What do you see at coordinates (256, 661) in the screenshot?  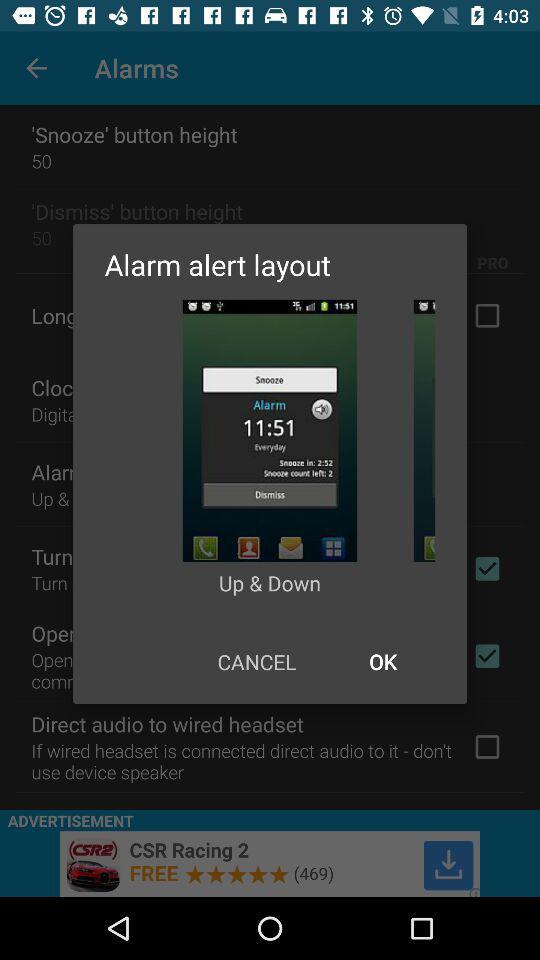 I see `icon next to the ok` at bounding box center [256, 661].